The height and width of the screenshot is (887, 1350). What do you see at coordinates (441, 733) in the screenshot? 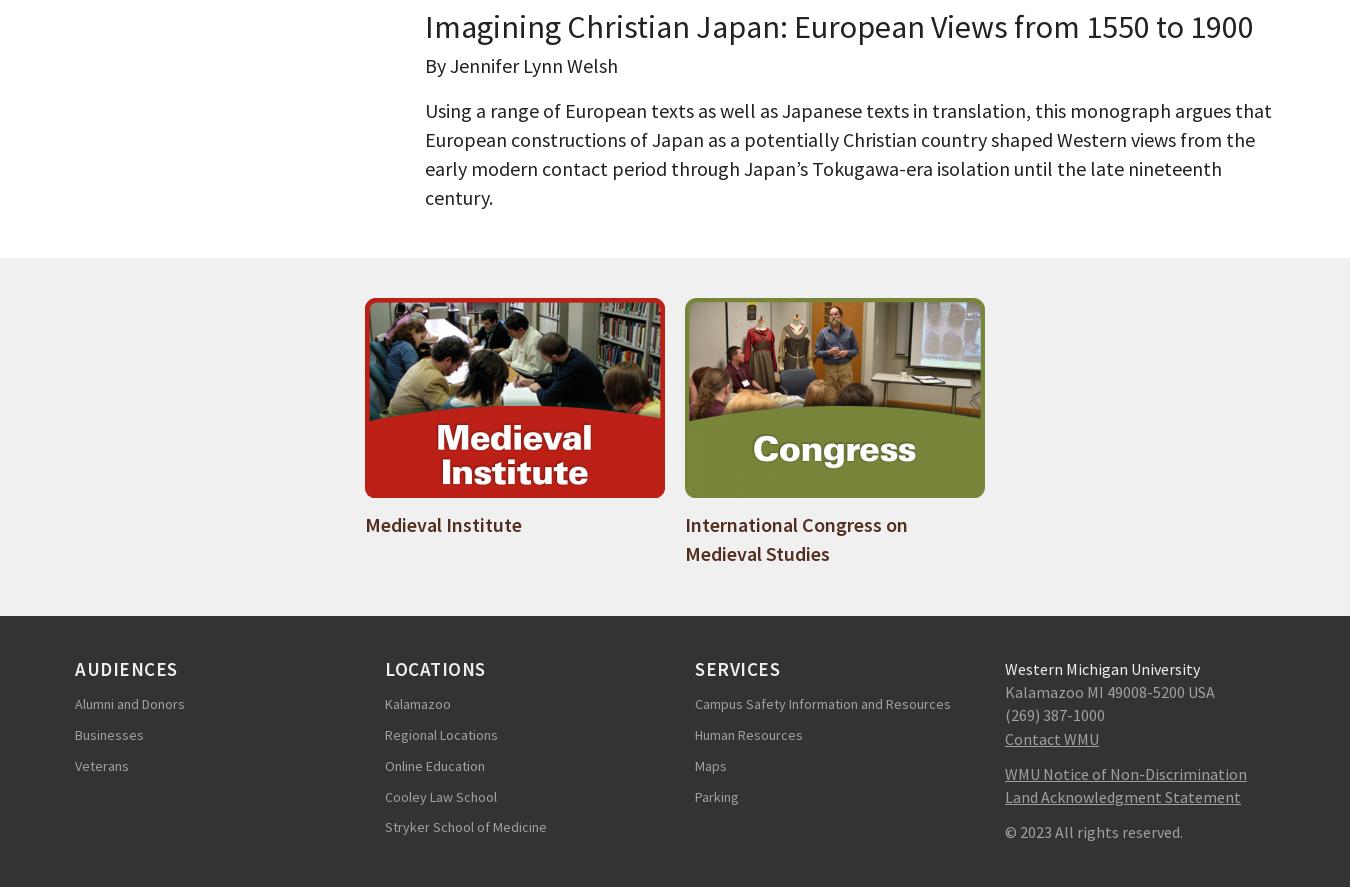
I see `'Regional Locations'` at bounding box center [441, 733].